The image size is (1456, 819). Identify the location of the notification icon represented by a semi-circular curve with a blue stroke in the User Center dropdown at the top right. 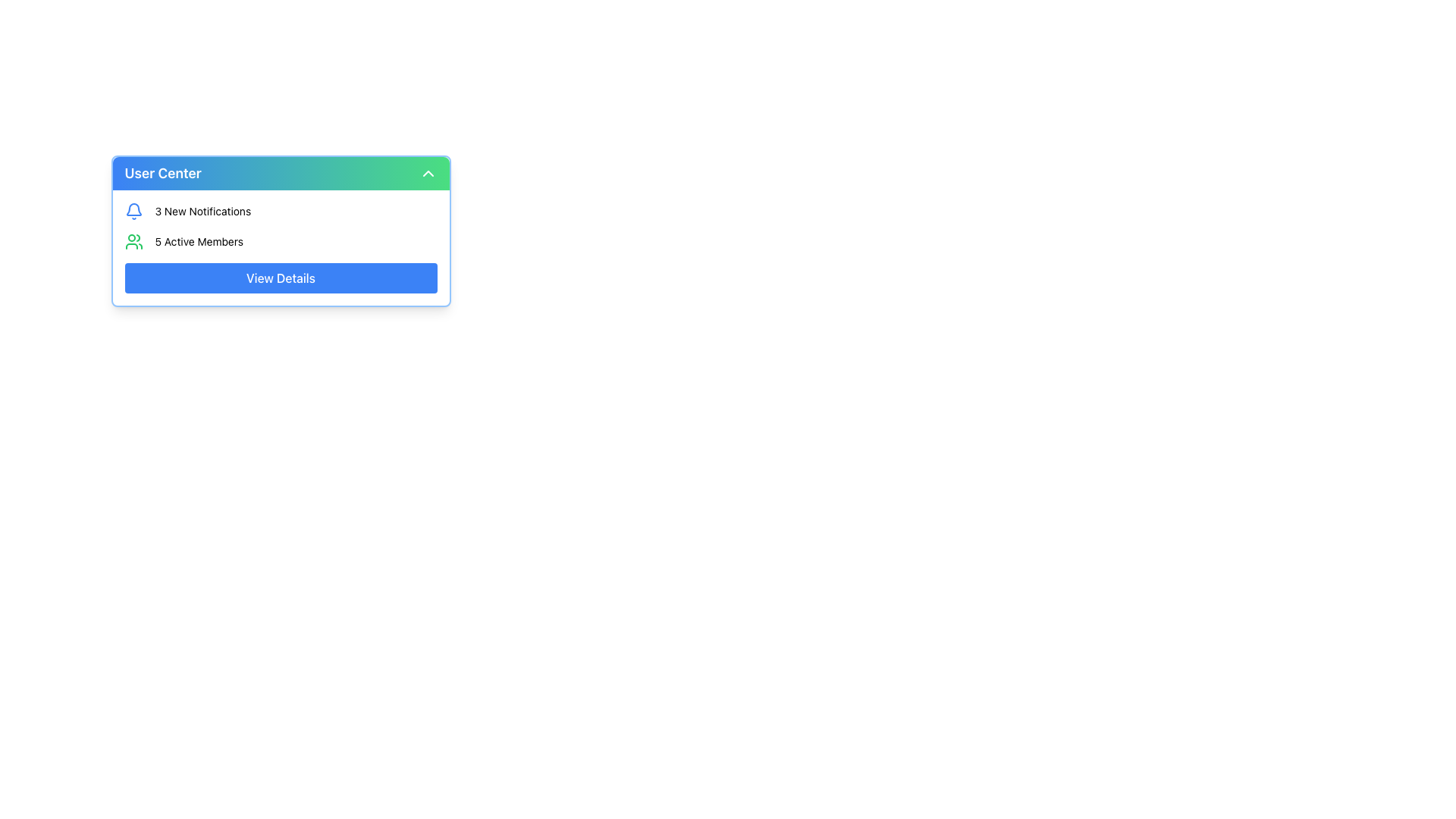
(133, 209).